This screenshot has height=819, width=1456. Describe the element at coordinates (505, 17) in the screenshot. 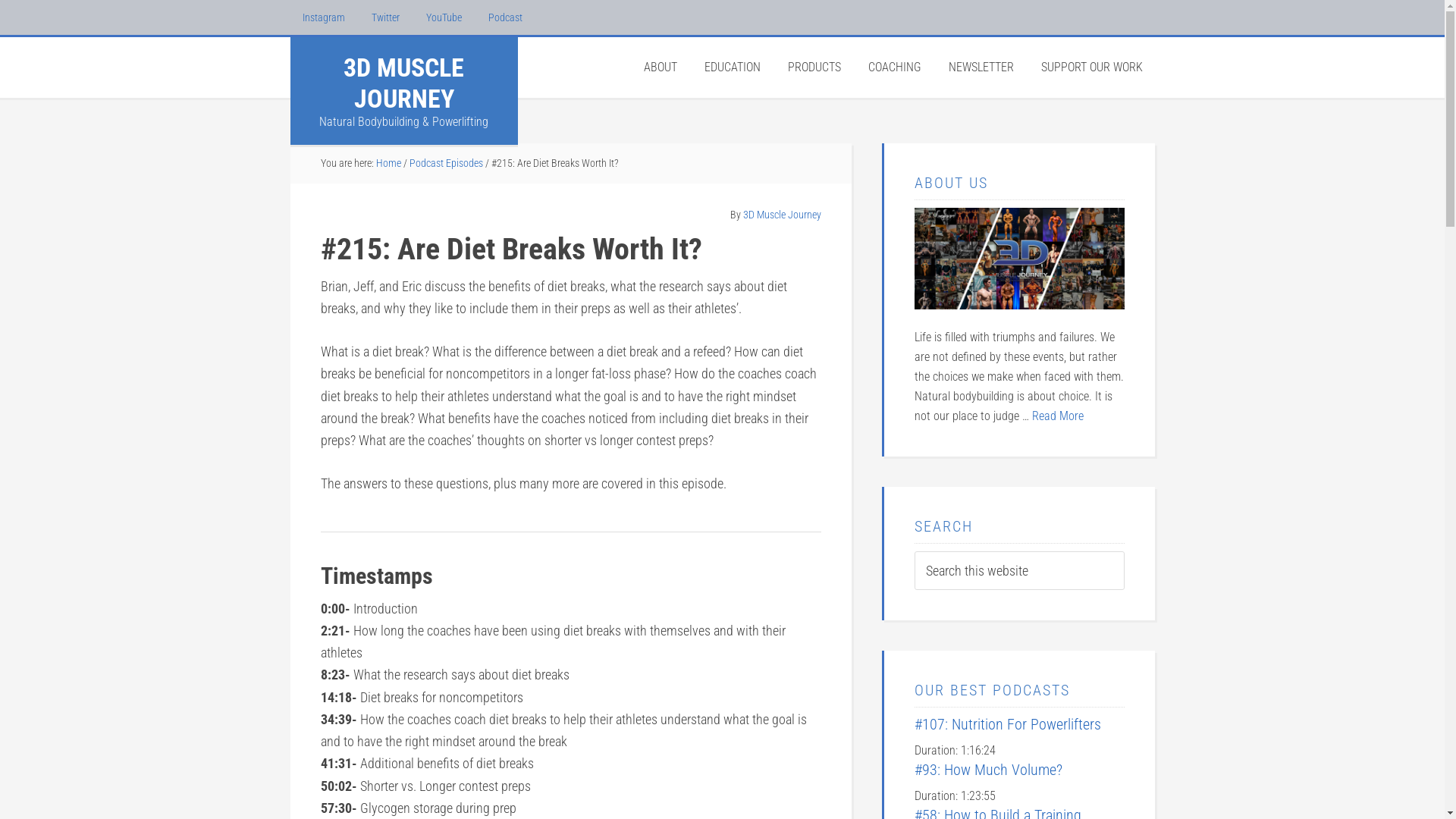

I see `'Podcast'` at that location.